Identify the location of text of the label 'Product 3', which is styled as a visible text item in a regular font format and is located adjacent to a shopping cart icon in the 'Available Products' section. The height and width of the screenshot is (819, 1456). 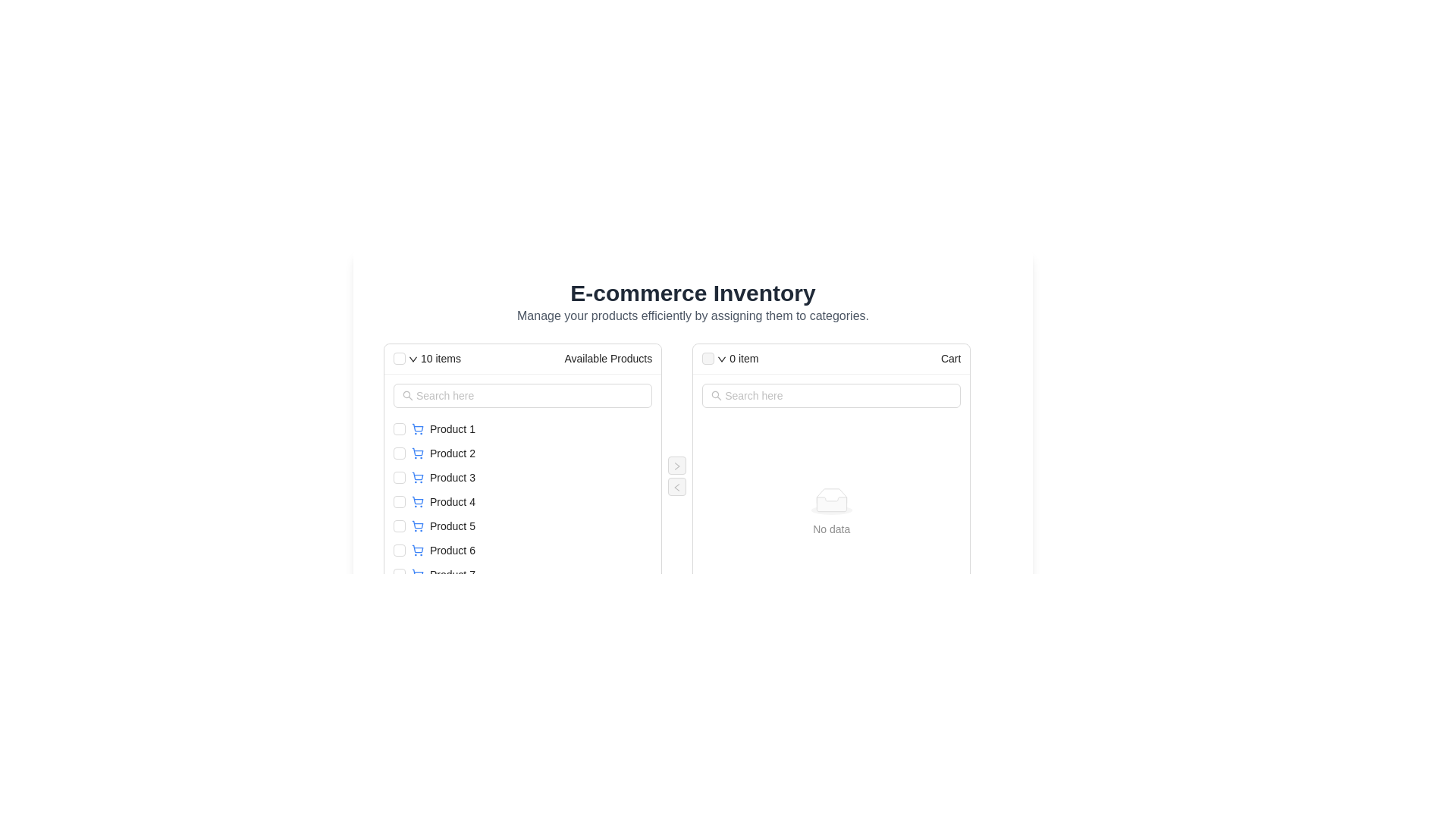
(451, 476).